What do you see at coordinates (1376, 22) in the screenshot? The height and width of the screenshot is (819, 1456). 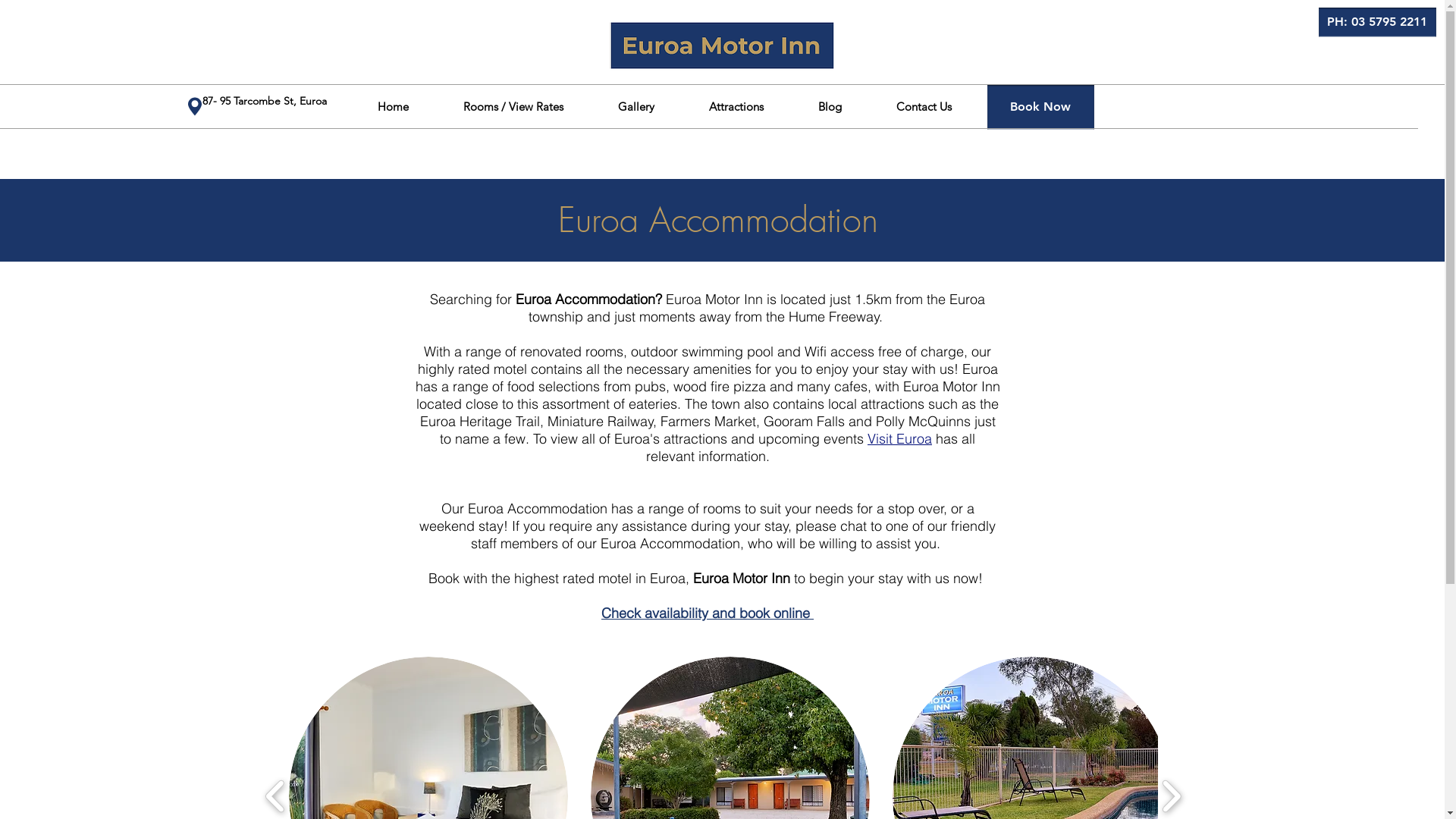 I see `'PH: 03 5795 2211'` at bounding box center [1376, 22].